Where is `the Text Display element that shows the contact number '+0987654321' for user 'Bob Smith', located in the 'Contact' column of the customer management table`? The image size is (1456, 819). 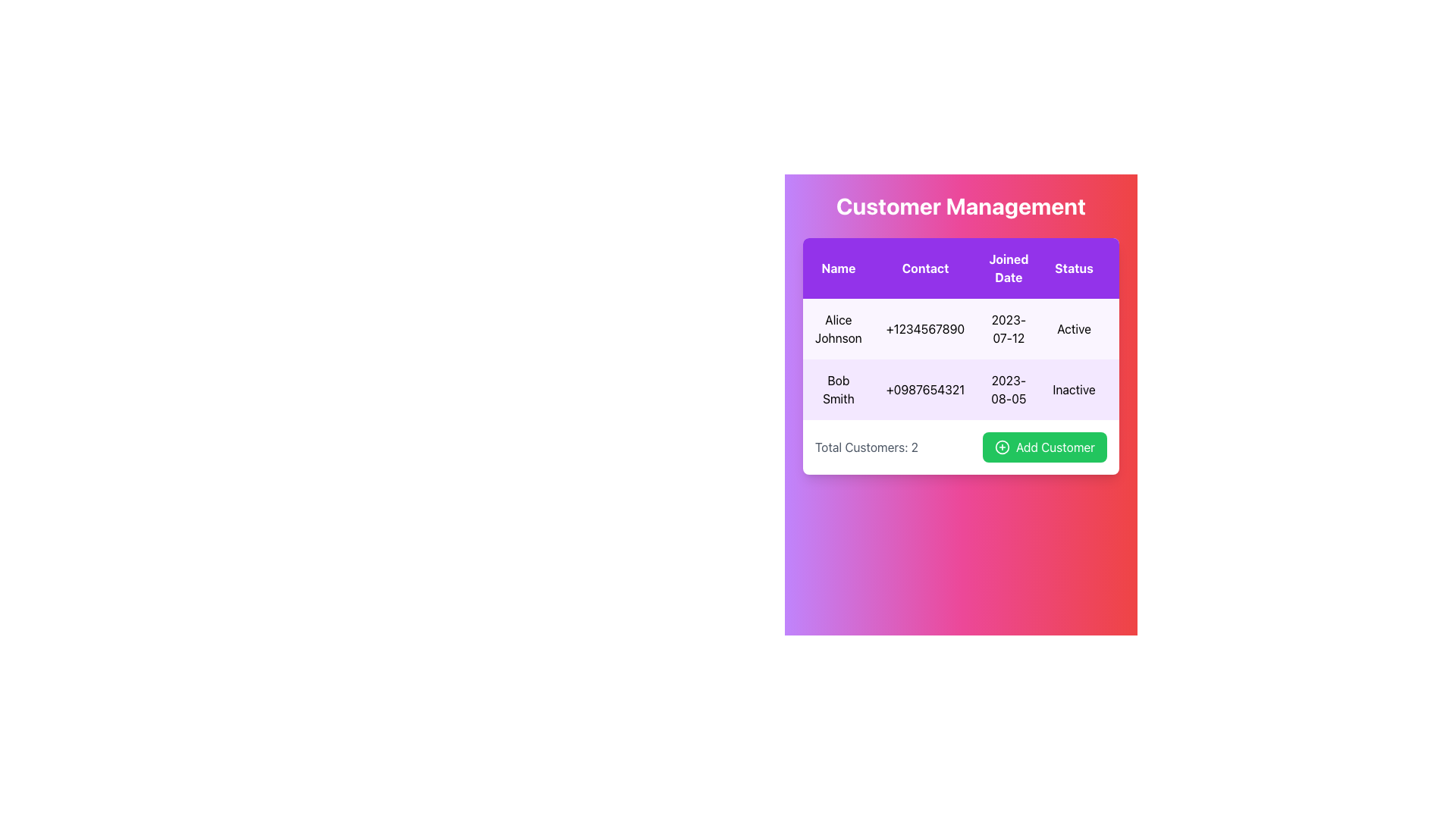
the Text Display element that shows the contact number '+0987654321' for user 'Bob Smith', located in the 'Contact' column of the customer management table is located at coordinates (924, 388).